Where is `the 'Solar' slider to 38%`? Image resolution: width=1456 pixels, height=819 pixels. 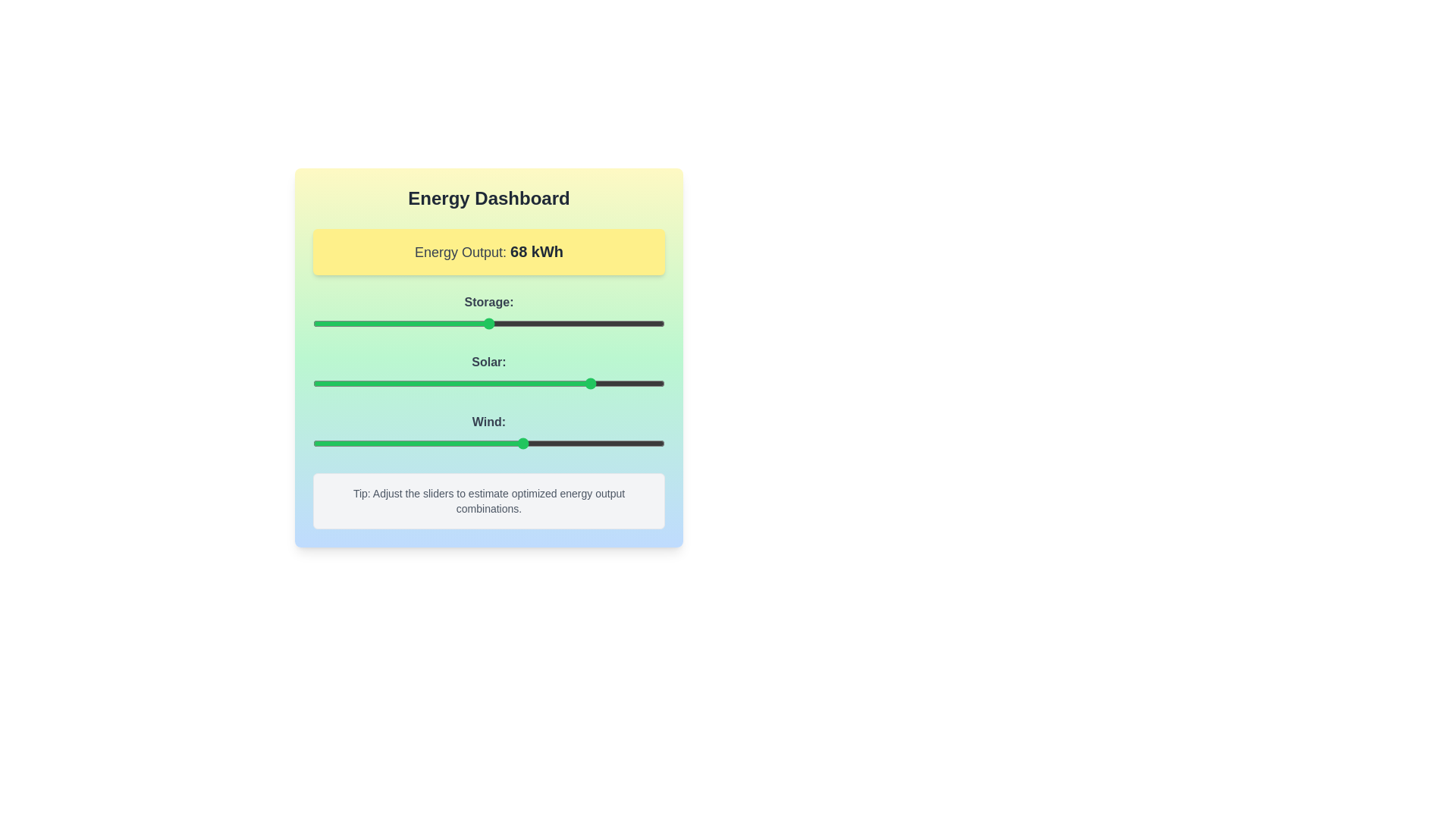
the 'Solar' slider to 38% is located at coordinates (446, 382).